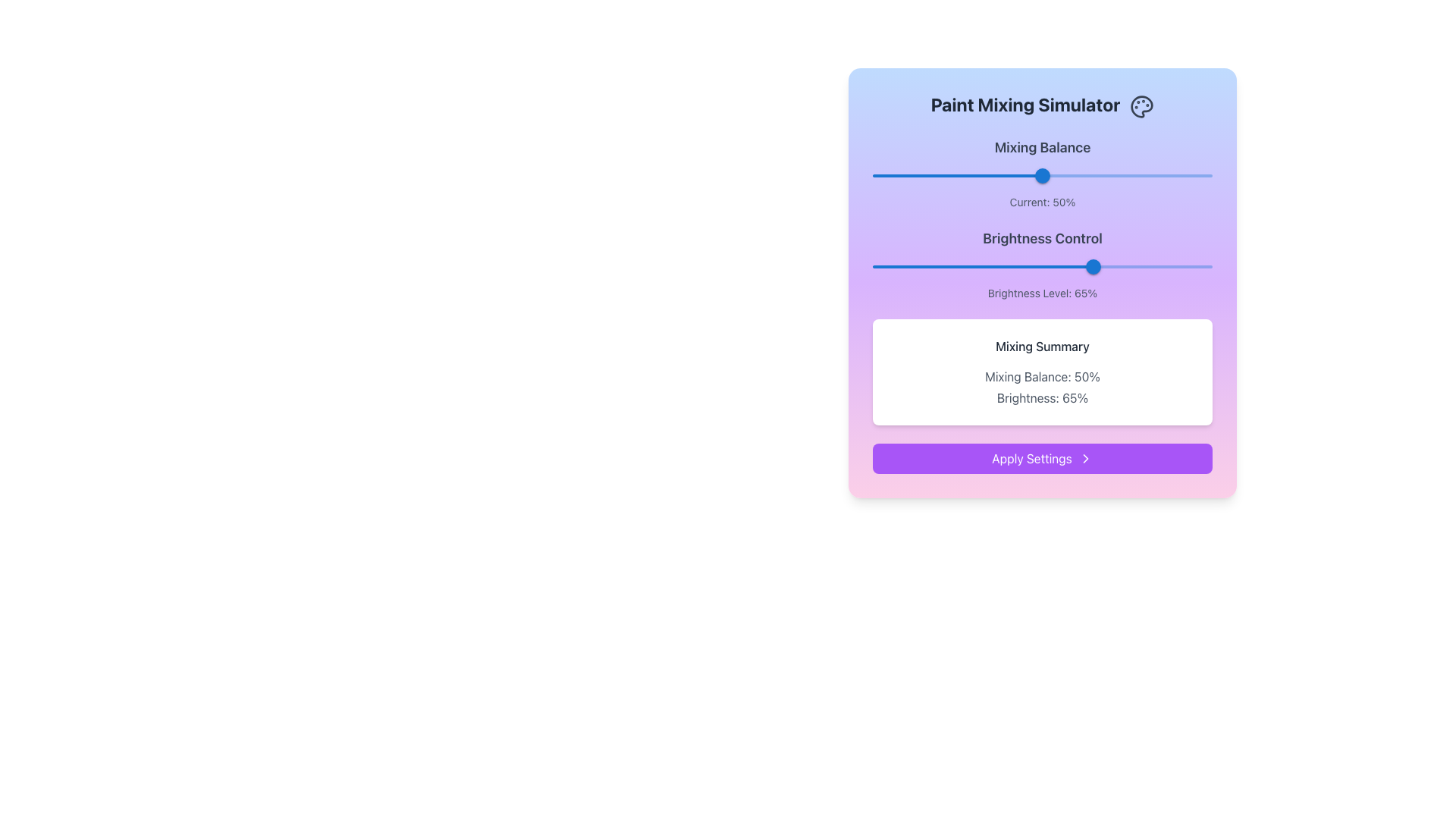 The width and height of the screenshot is (1456, 819). What do you see at coordinates (1082, 265) in the screenshot?
I see `the Brightness Control slider` at bounding box center [1082, 265].